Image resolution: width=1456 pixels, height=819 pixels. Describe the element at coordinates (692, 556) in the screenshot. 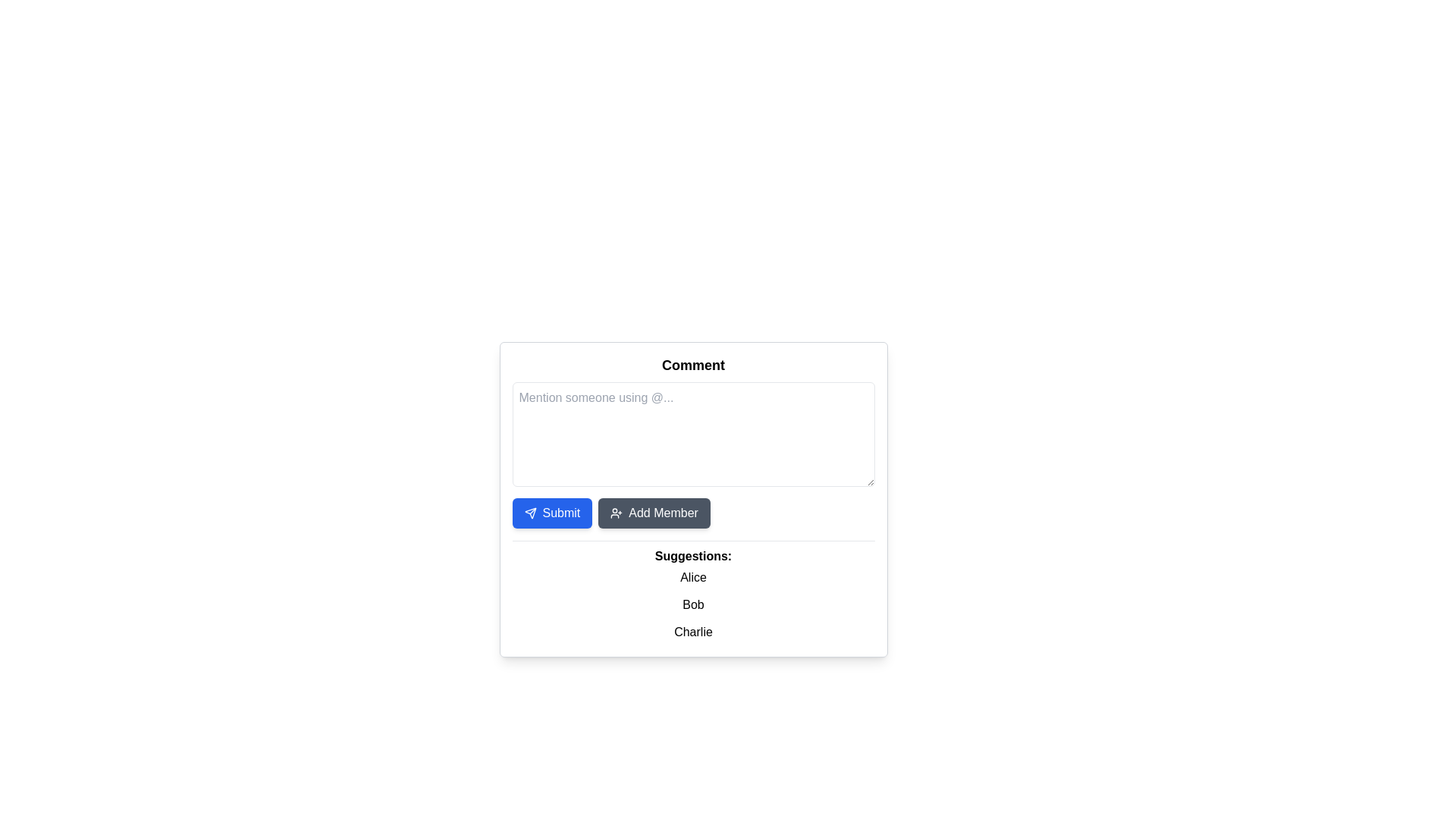

I see `the bolded text label reading 'Suggestions:' which is located above the names 'Alice', 'Bob', and 'Charlie'` at that location.